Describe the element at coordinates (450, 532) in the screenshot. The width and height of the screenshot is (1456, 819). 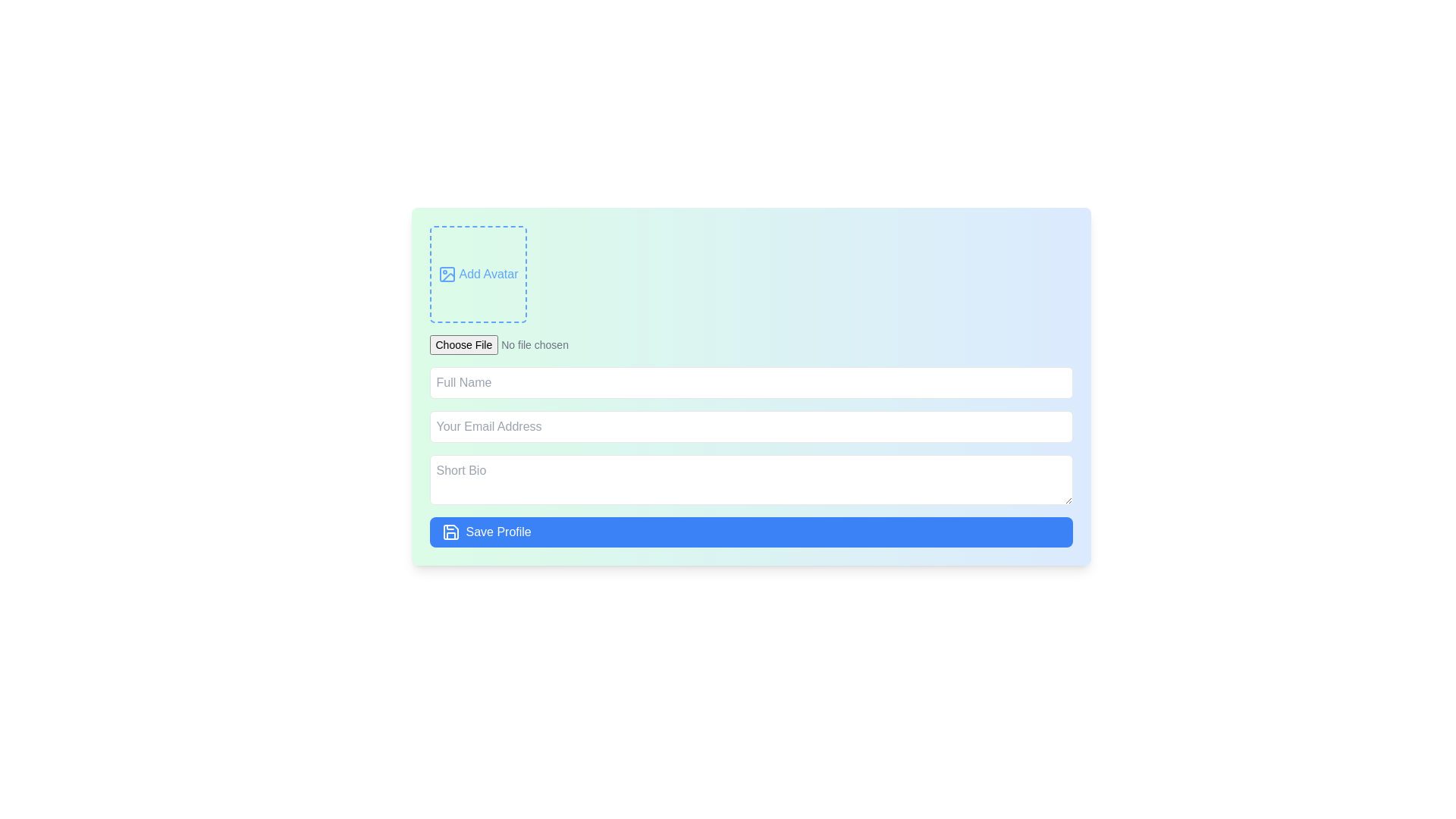
I see `the save icon located inside the 'Save Profile' button, positioned near the bottom center of the interface, adjacent to the button's text` at that location.